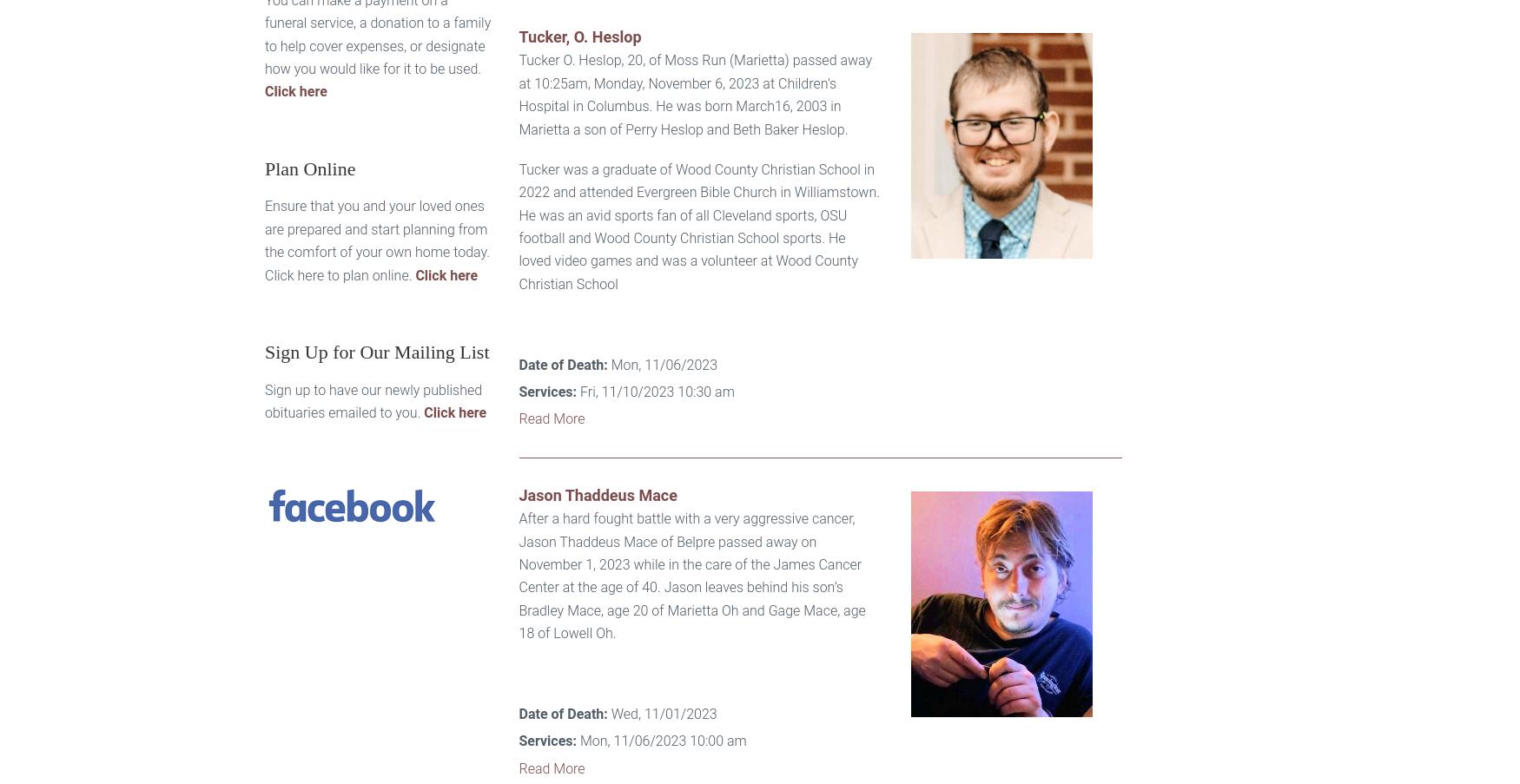  I want to click on 'Fri, 11/10/2023 10:30 am', so click(654, 391).